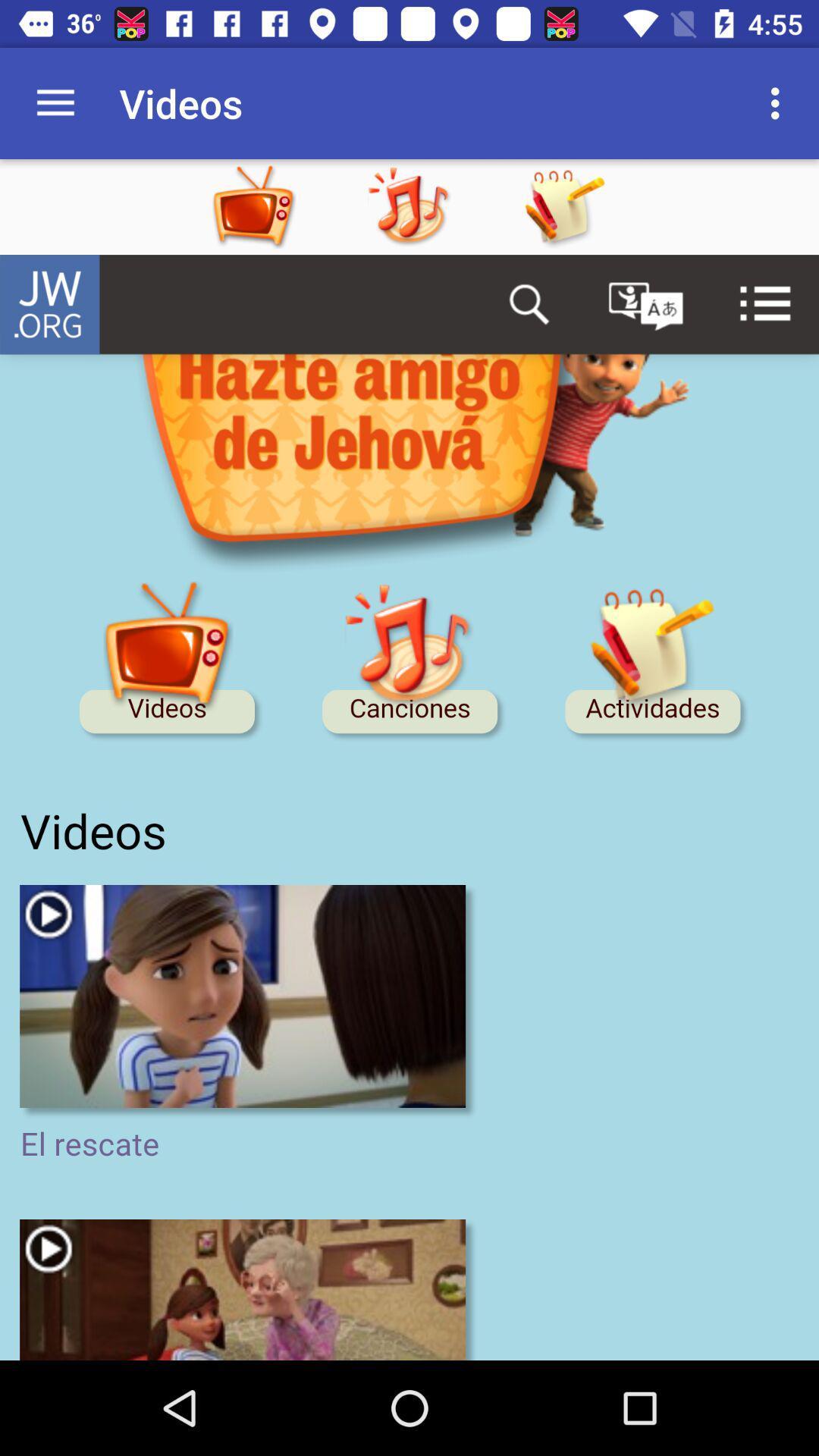  Describe the element at coordinates (564, 206) in the screenshot. I see `drawi` at that location.